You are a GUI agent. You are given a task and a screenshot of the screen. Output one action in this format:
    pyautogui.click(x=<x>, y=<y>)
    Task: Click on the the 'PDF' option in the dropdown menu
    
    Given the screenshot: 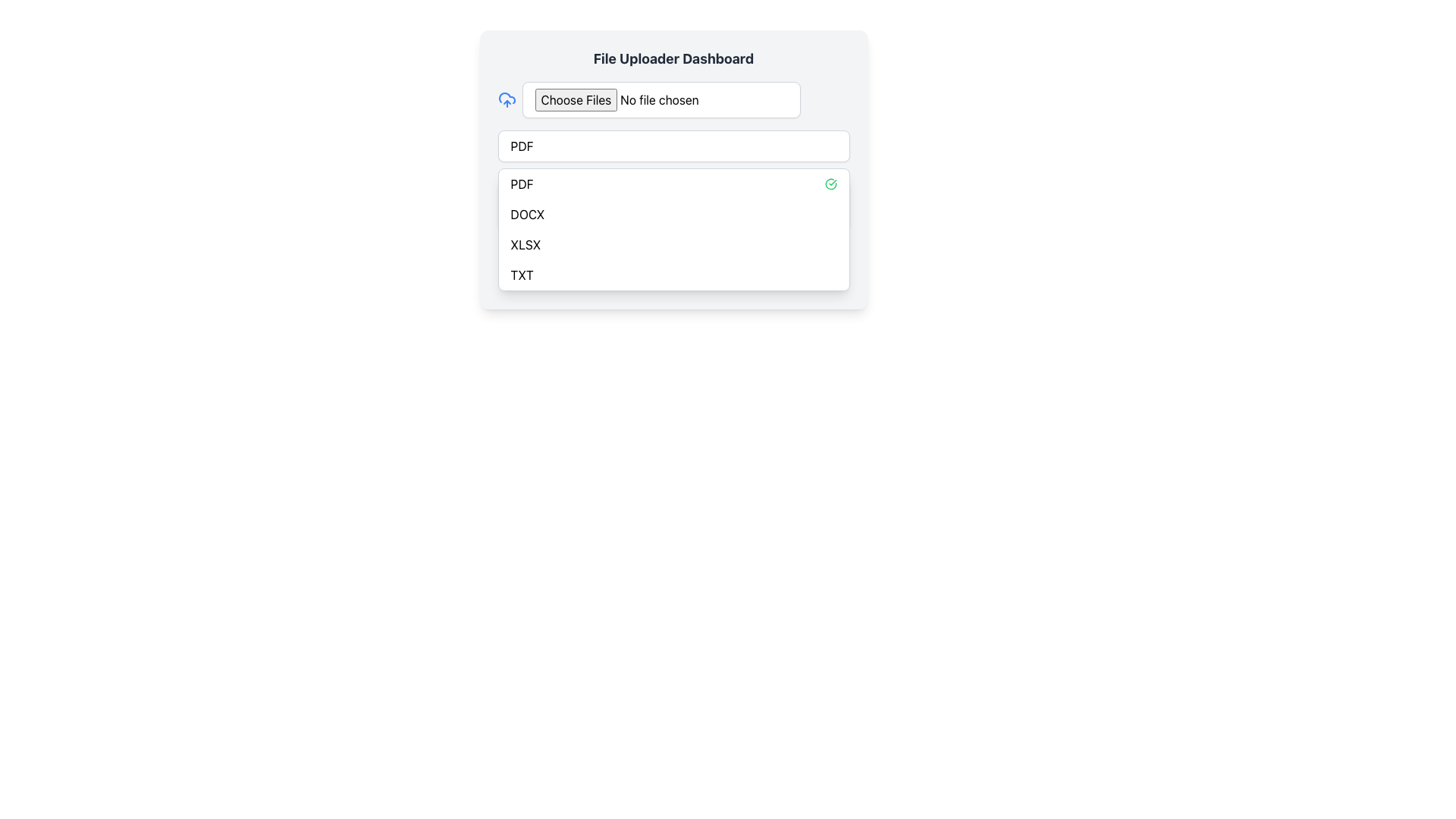 What is the action you would take?
    pyautogui.click(x=673, y=184)
    